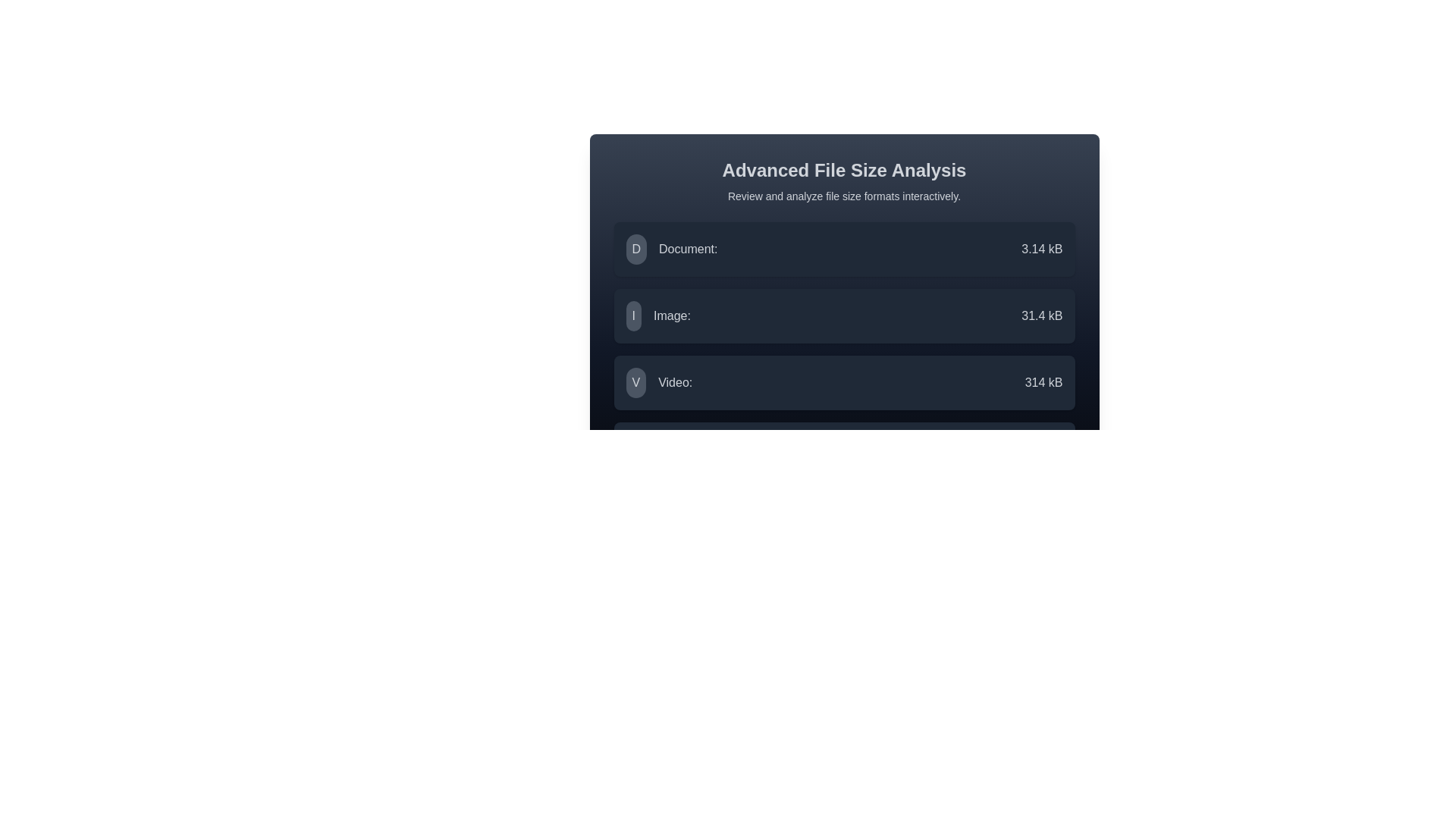 The height and width of the screenshot is (819, 1456). What do you see at coordinates (674, 382) in the screenshot?
I see `the text label 'Video:' rendered in white font against a dark blue or grayish background, which is located in the third row of a vertically stacked list of document types` at bounding box center [674, 382].